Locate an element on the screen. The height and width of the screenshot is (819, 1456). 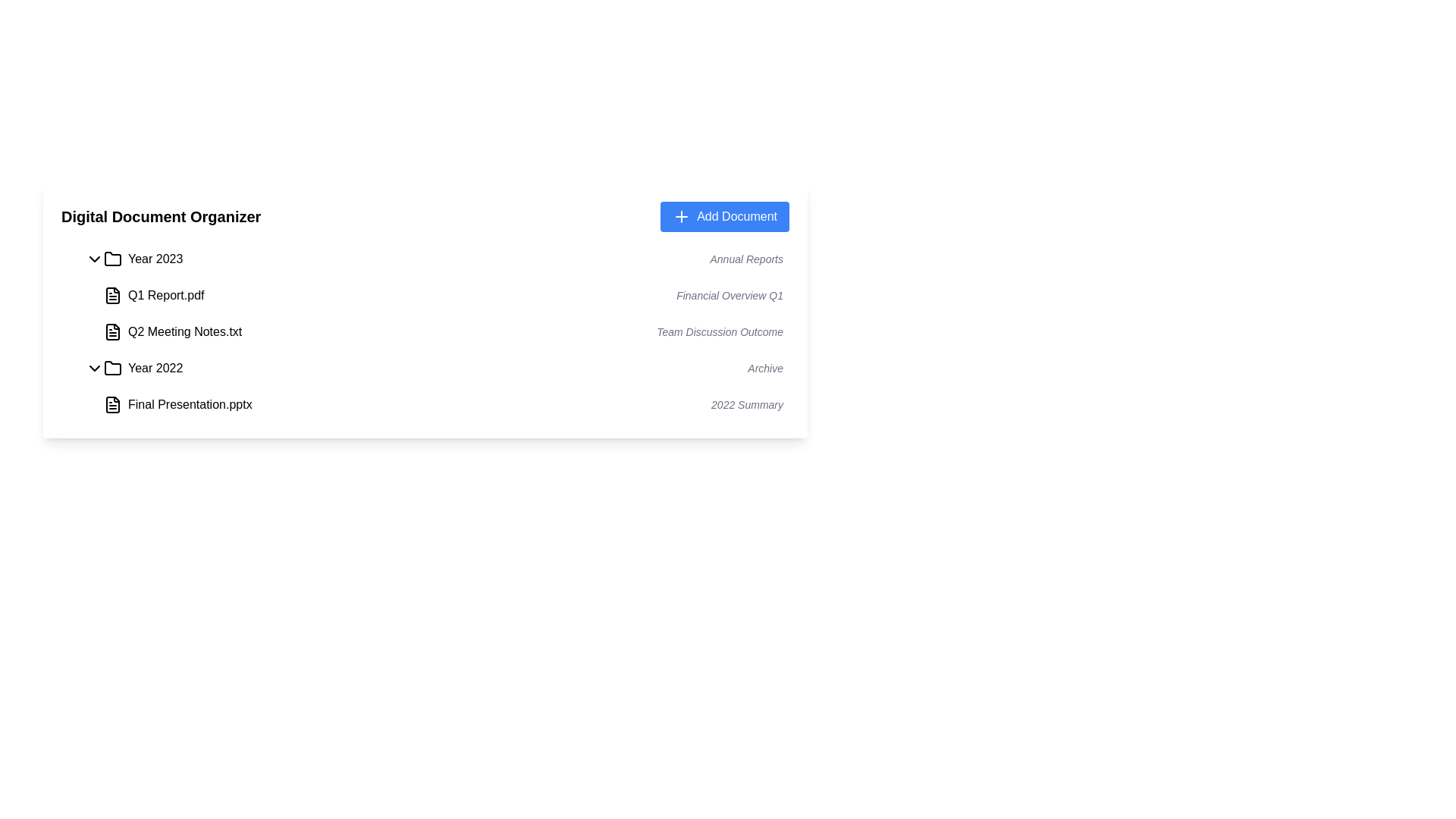
the 'Q2 Meeting Notes.txt' list item, which represents a file with a supplementary description 'Team Discussion Outcome' is located at coordinates (443, 331).